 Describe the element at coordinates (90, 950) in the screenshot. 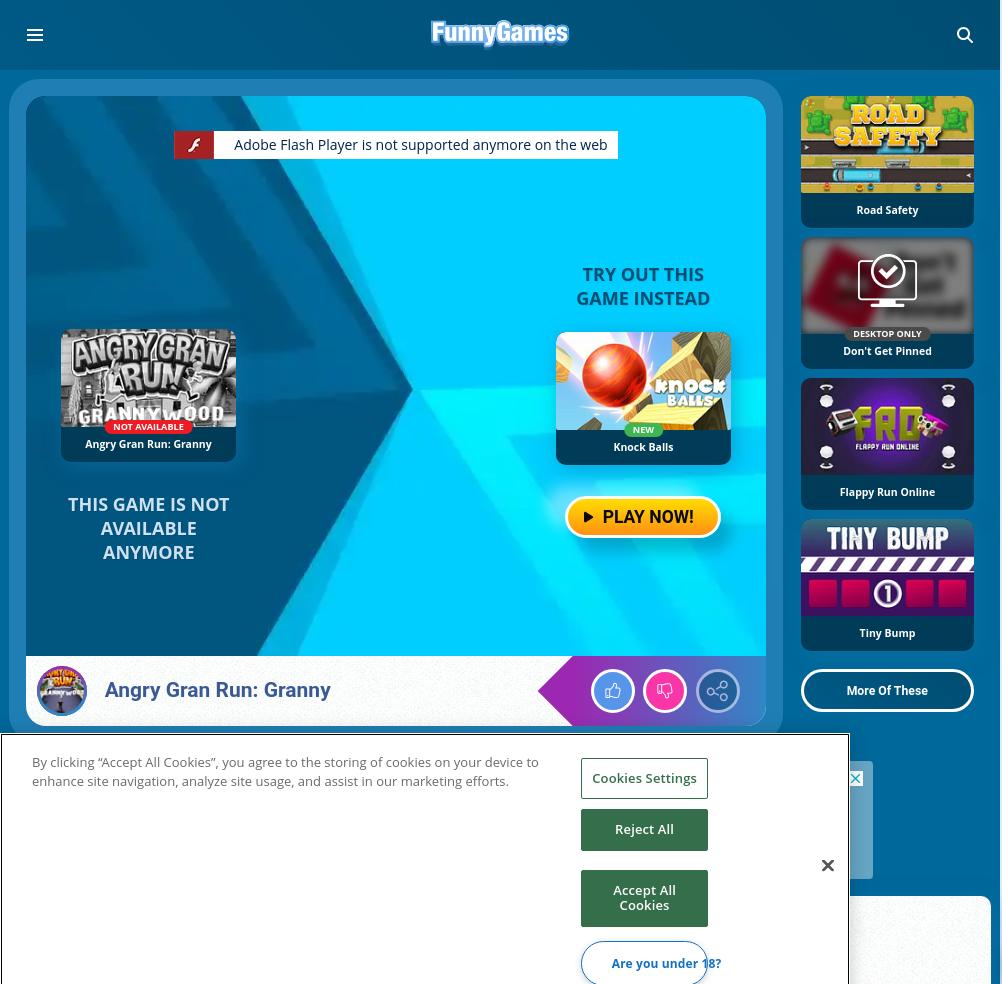

I see `'Skills'` at that location.